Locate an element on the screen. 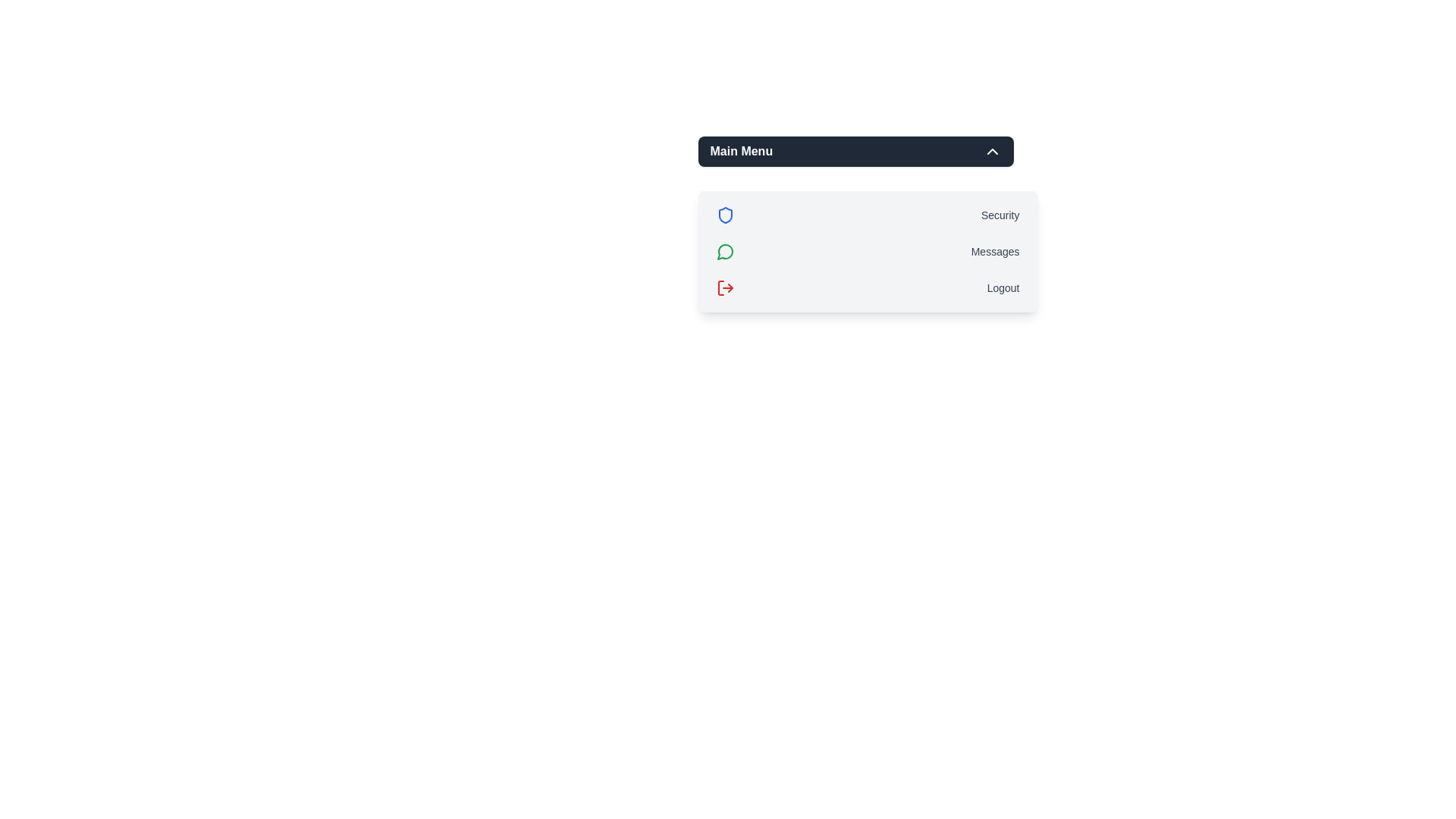 This screenshot has height=819, width=1456. the dropdown toggle bar located at the top center of the menu panel is located at coordinates (855, 152).